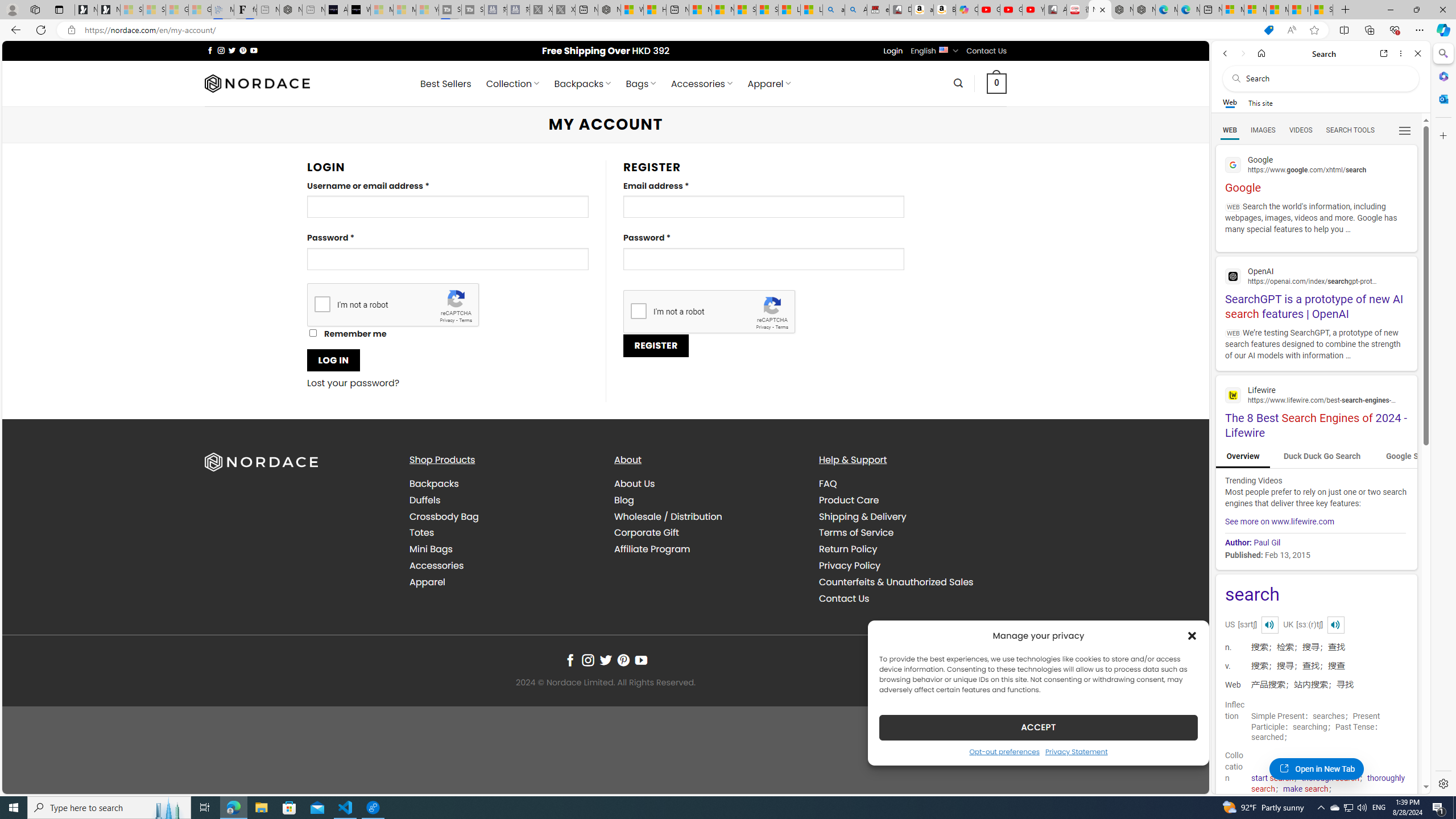 The height and width of the screenshot is (819, 1456). I want to click on 'Side bar', so click(1443, 418).